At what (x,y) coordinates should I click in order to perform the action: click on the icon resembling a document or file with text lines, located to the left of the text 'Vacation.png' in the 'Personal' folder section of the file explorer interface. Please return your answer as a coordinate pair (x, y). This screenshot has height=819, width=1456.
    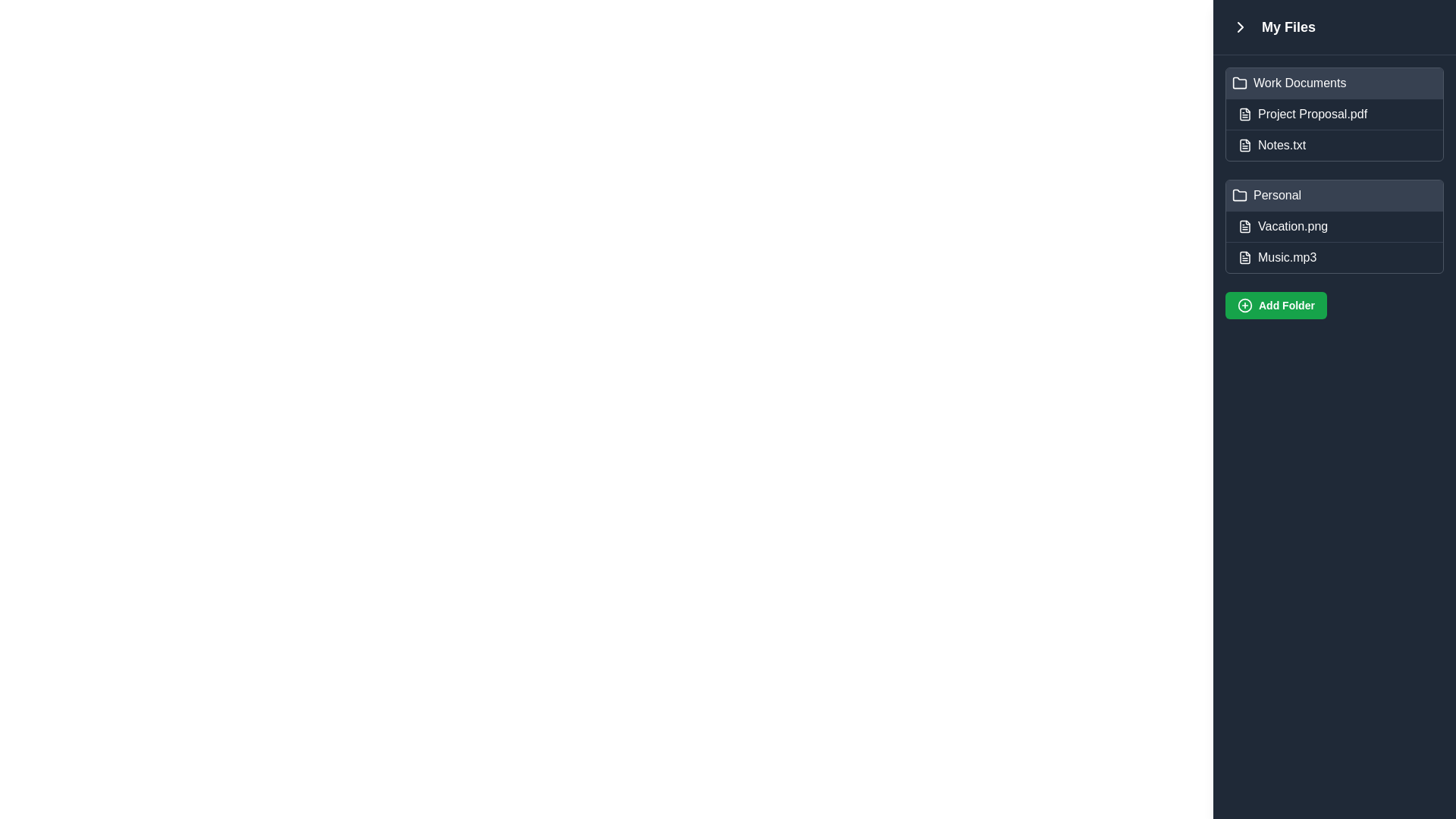
    Looking at the image, I should click on (1244, 227).